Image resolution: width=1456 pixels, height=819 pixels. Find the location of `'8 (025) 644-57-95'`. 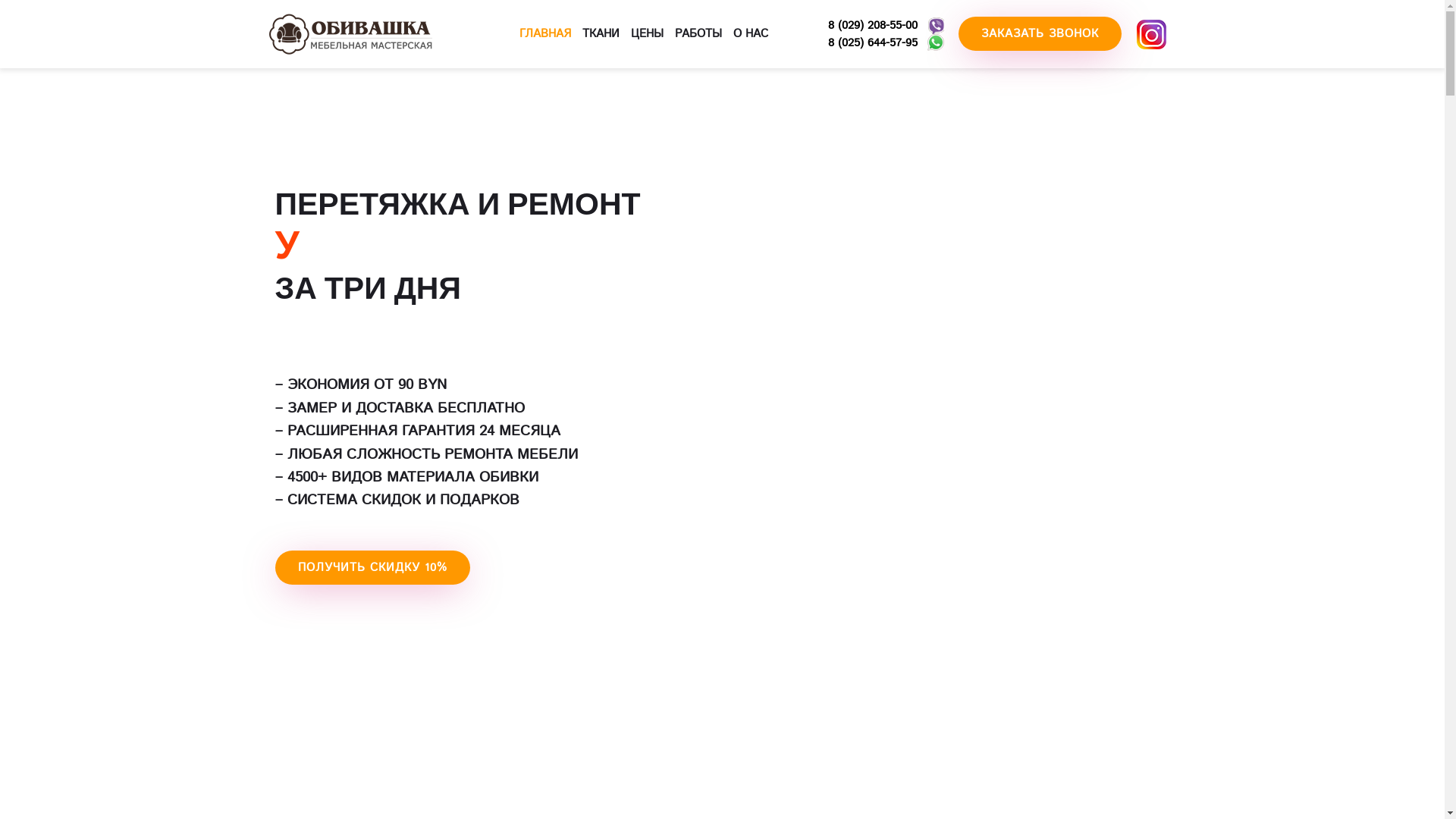

'8 (025) 644-57-95' is located at coordinates (873, 42).